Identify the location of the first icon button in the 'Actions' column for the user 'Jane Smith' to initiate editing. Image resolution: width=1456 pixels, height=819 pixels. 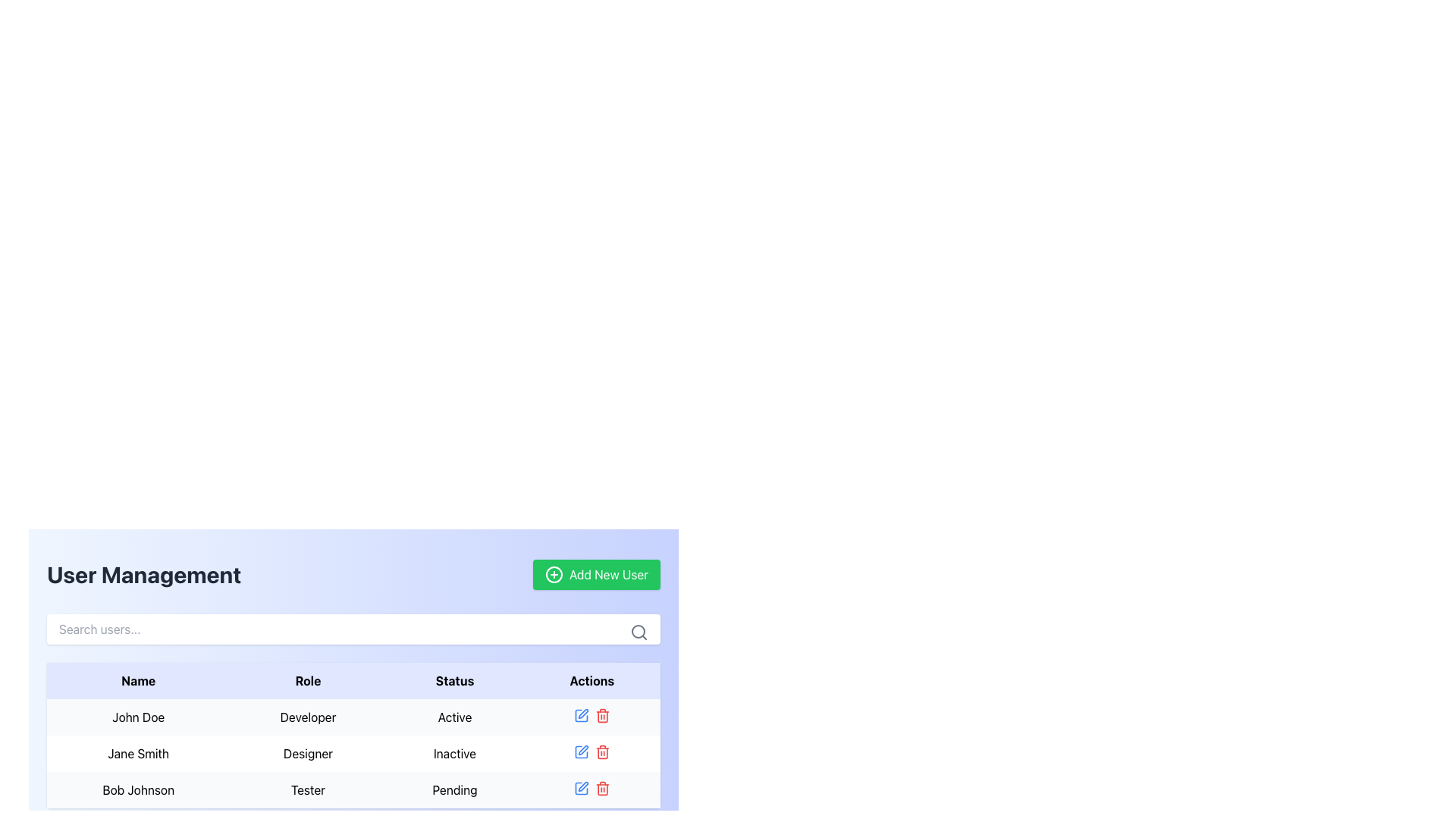
(580, 752).